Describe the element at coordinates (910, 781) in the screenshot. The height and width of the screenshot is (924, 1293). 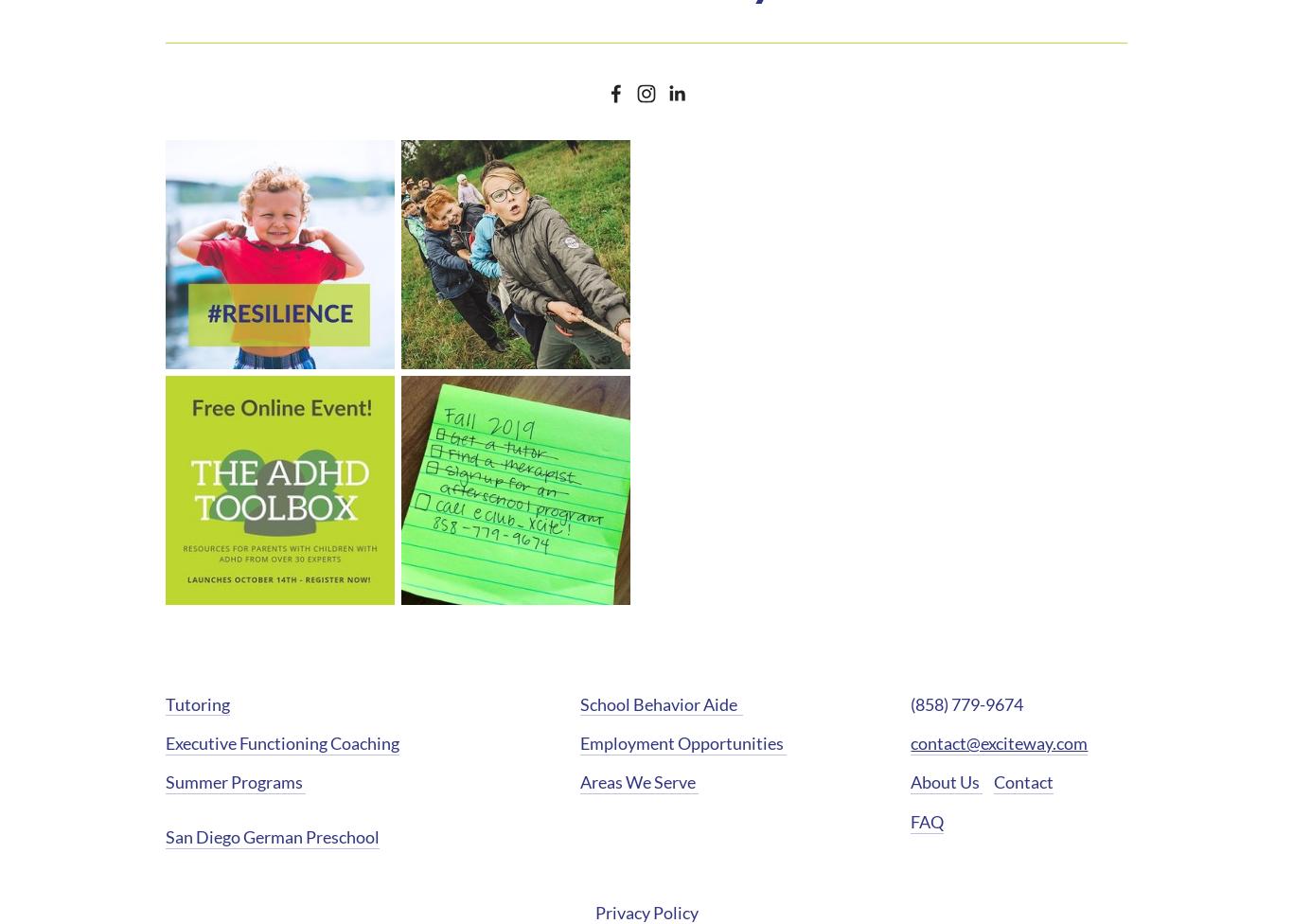
I see `'About Us'` at that location.